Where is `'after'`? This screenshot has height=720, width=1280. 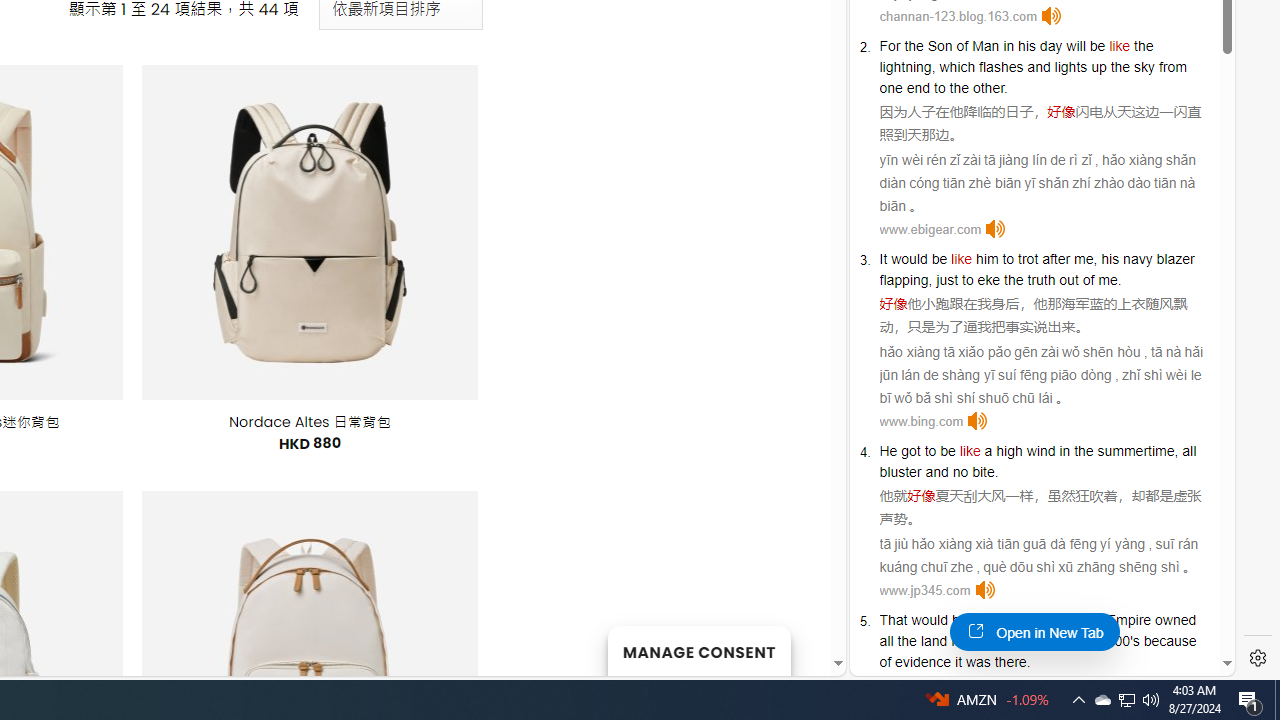
'after' is located at coordinates (1055, 258).